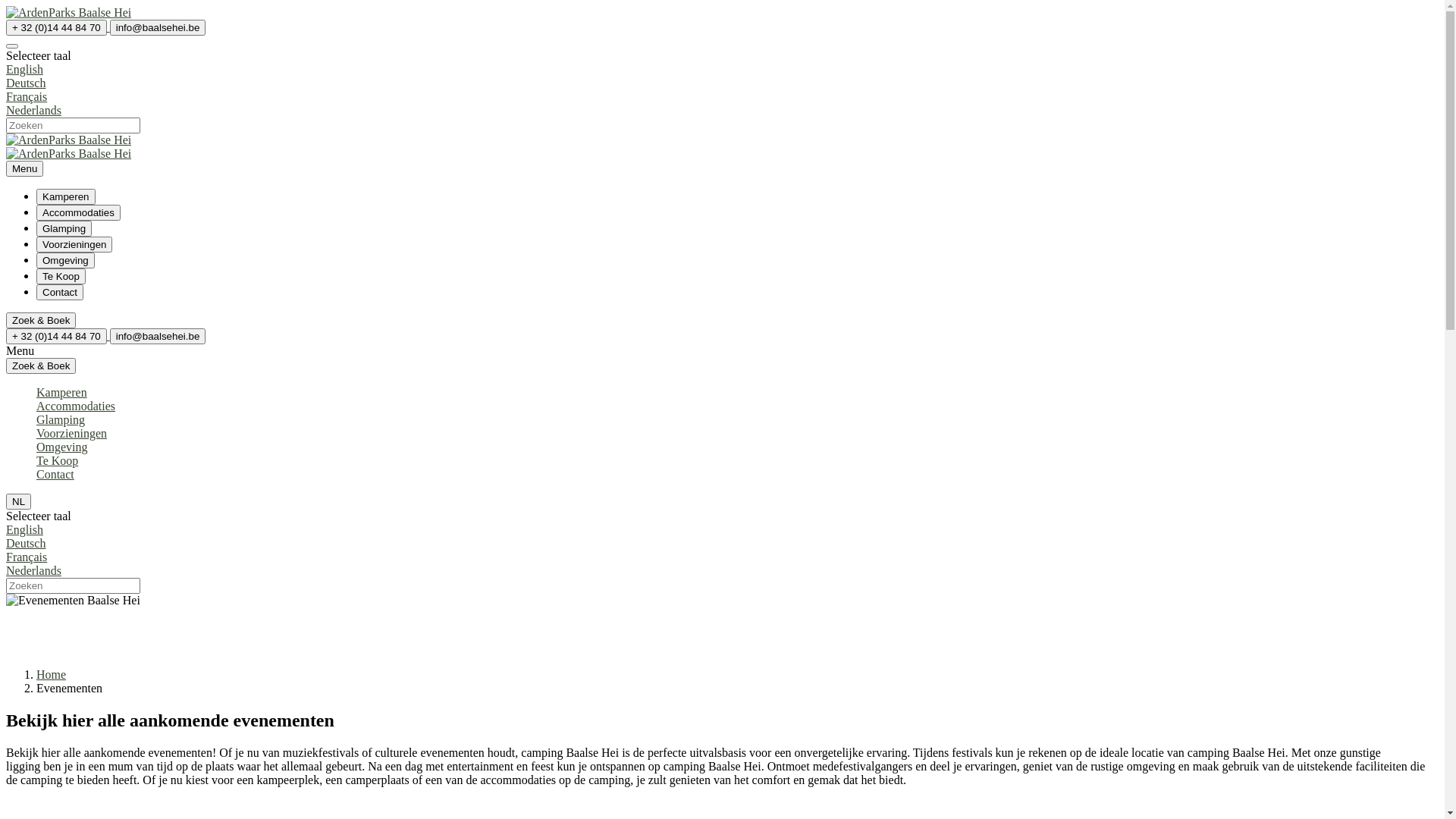 This screenshot has width=1456, height=819. Describe the element at coordinates (71, 433) in the screenshot. I see `'Voorzieningen'` at that location.